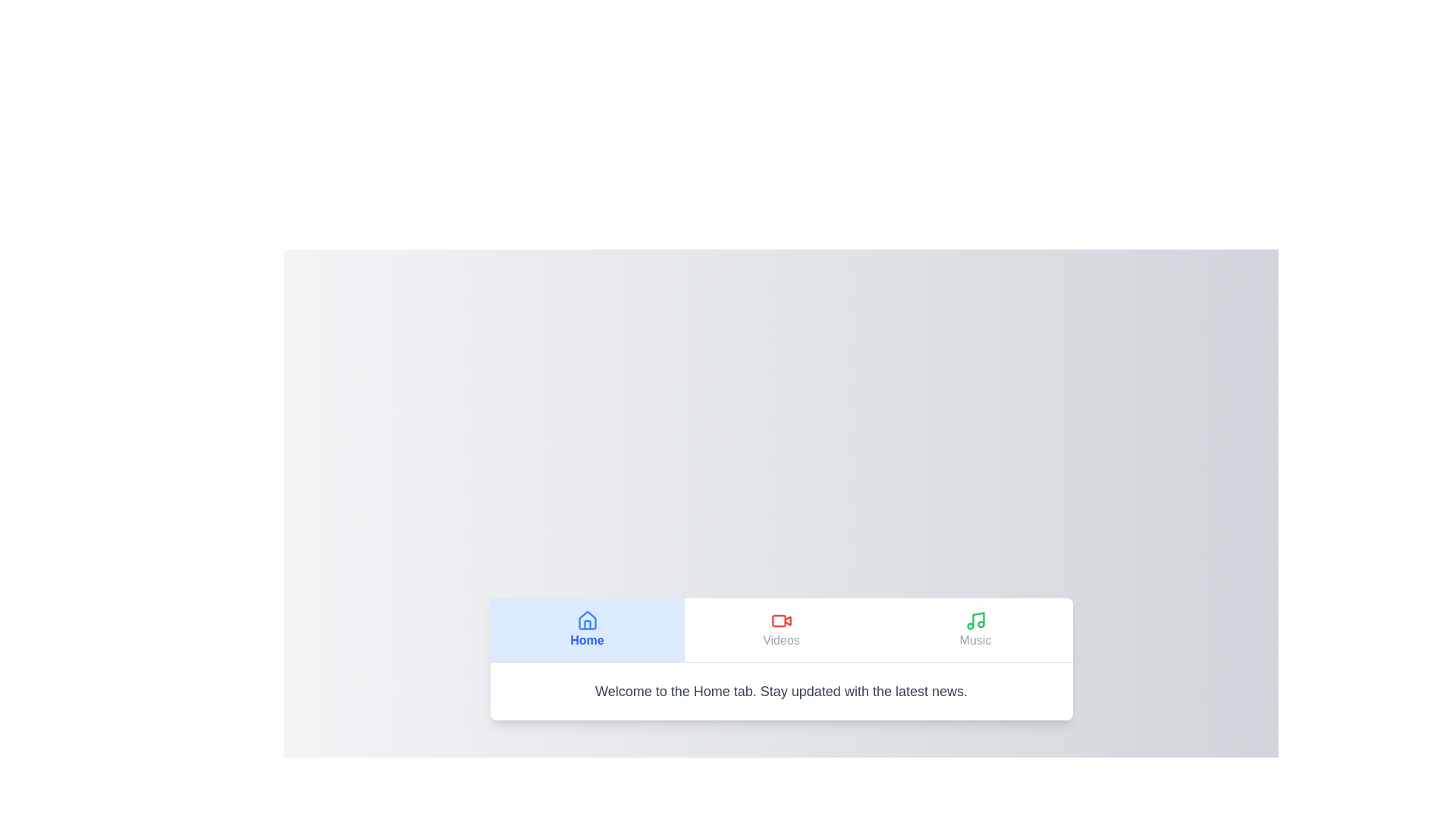 The width and height of the screenshot is (1456, 819). Describe the element at coordinates (975, 629) in the screenshot. I see `the Music tab by clicking its button` at that location.